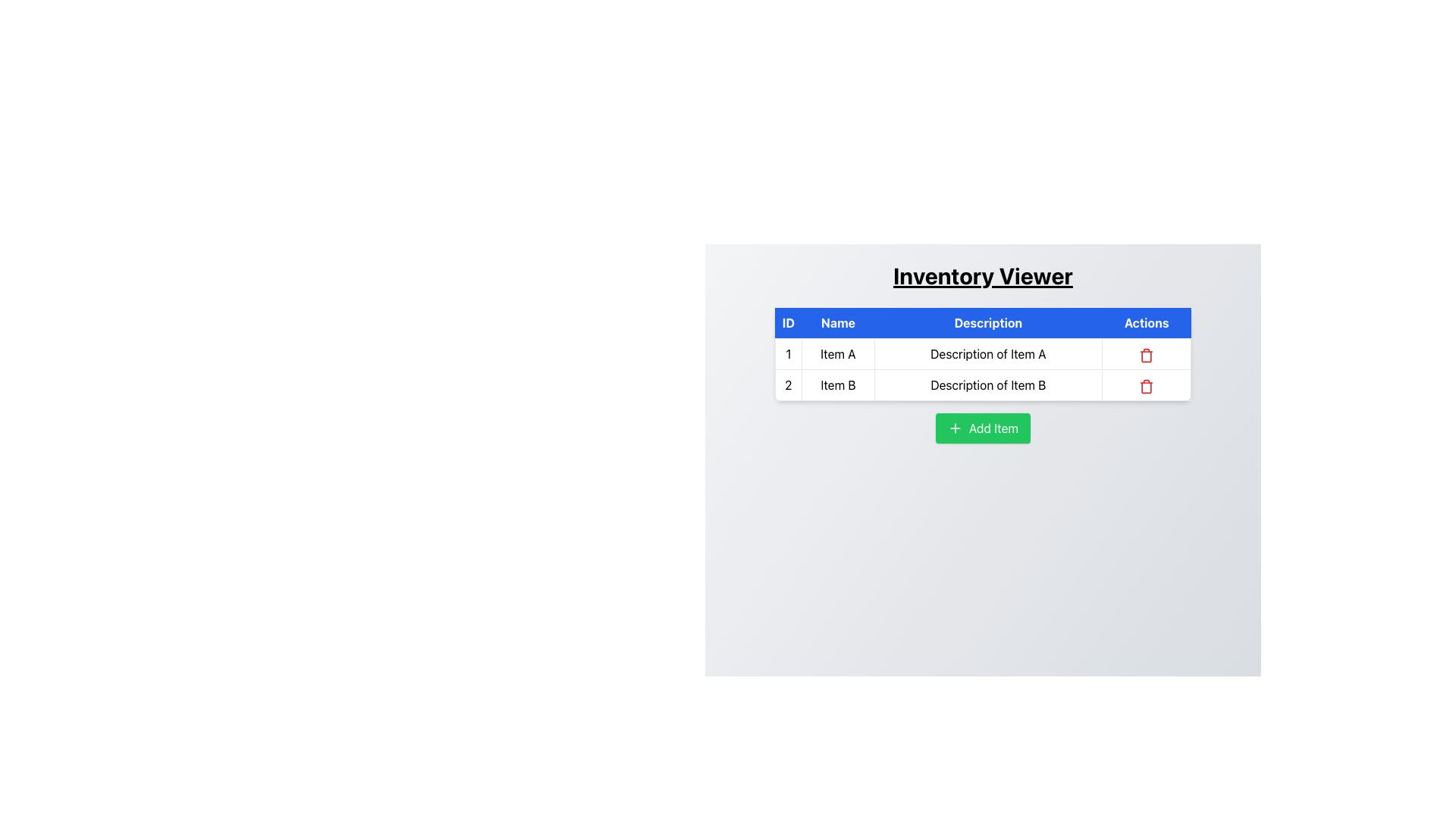 This screenshot has height=819, width=1456. I want to click on the Label element displaying 'Item B', which is located in the second row of the table under the 'Name' column, immediately to the right of the 'ID' column and to the left of the 'Description' column, so click(837, 384).